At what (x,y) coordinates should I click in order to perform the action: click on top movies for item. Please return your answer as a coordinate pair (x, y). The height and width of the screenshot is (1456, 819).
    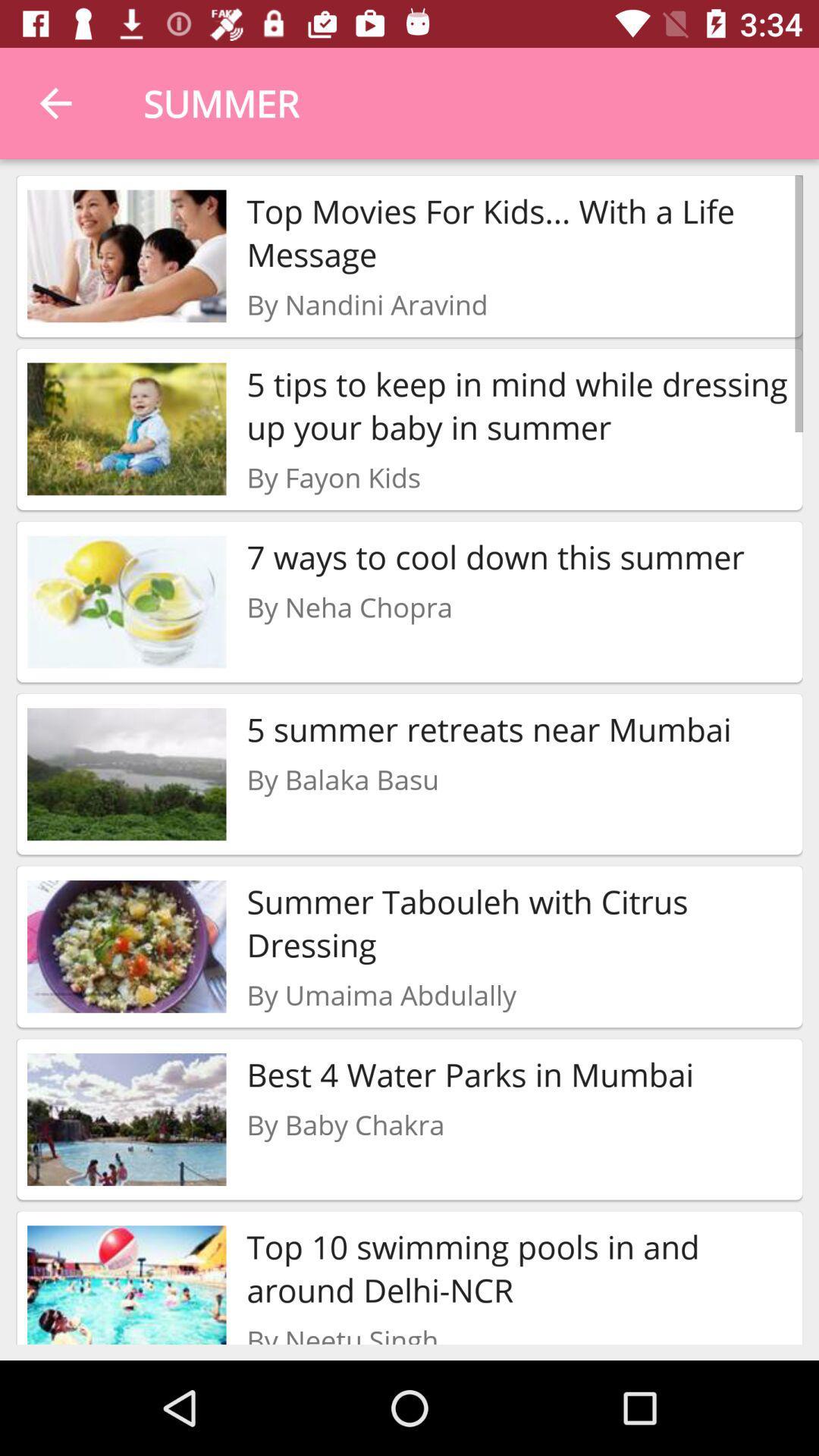
    Looking at the image, I should click on (519, 232).